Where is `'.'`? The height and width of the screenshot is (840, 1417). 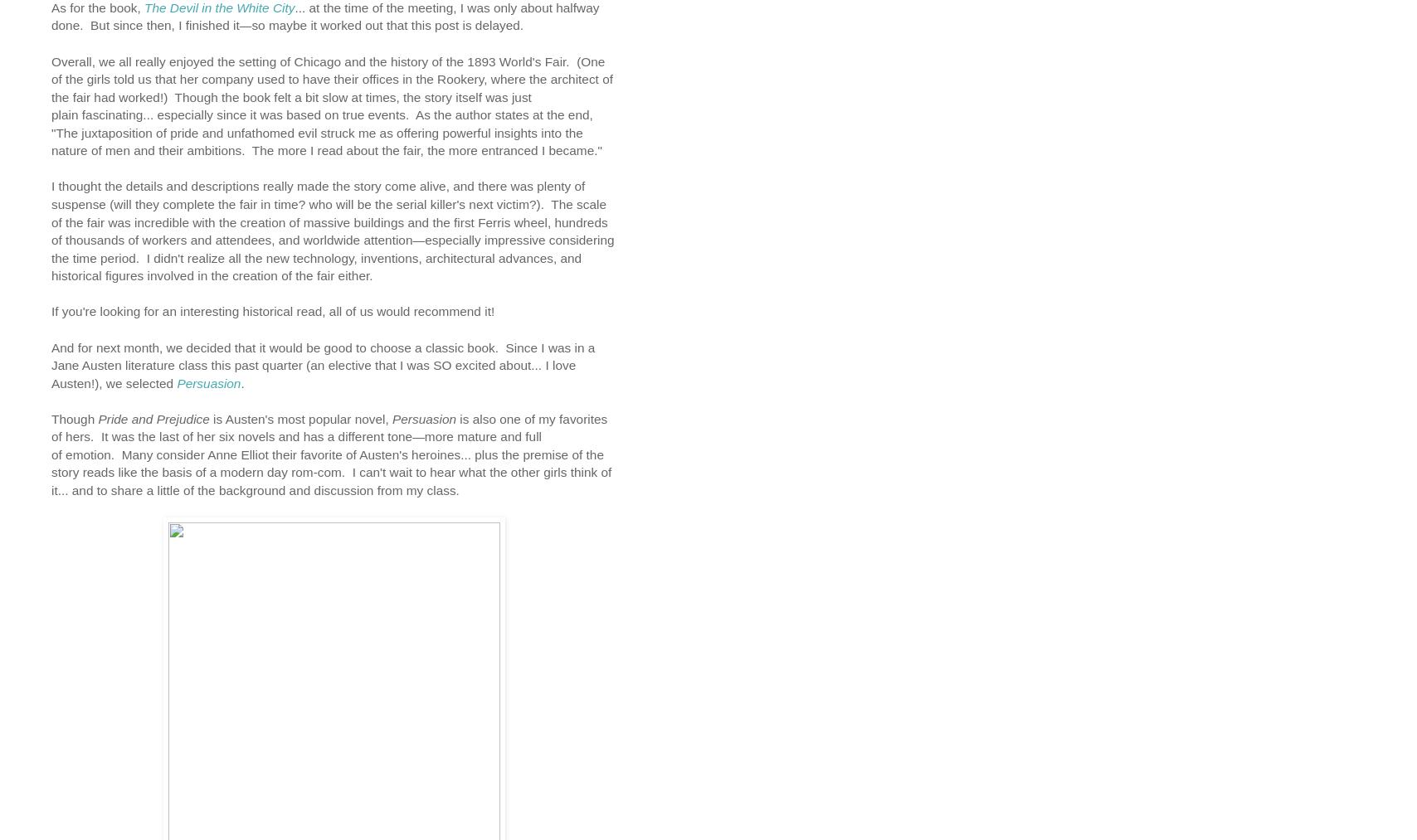
'.' is located at coordinates (243, 381).